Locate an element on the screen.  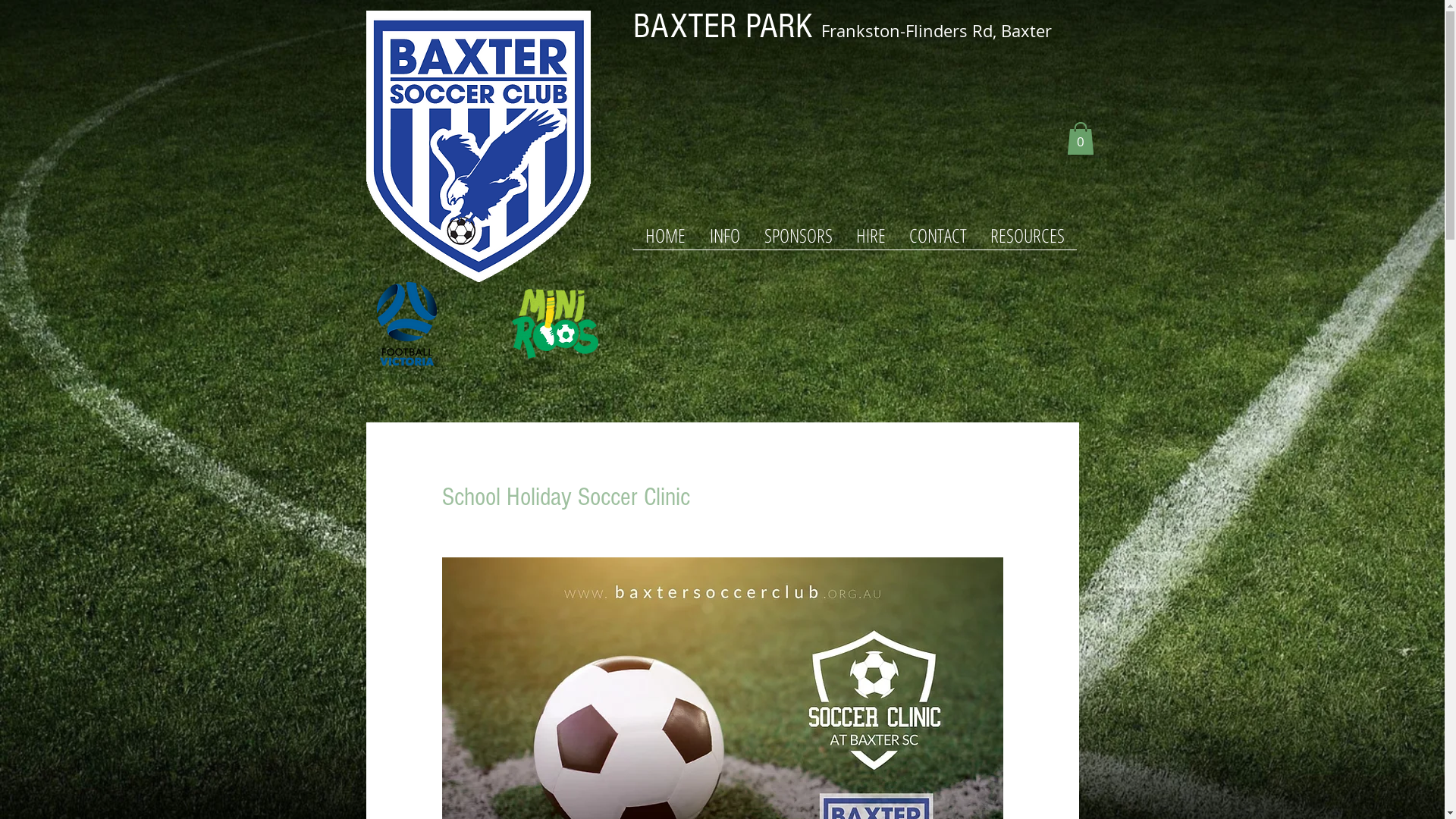
'RESOURCES' is located at coordinates (1027, 239).